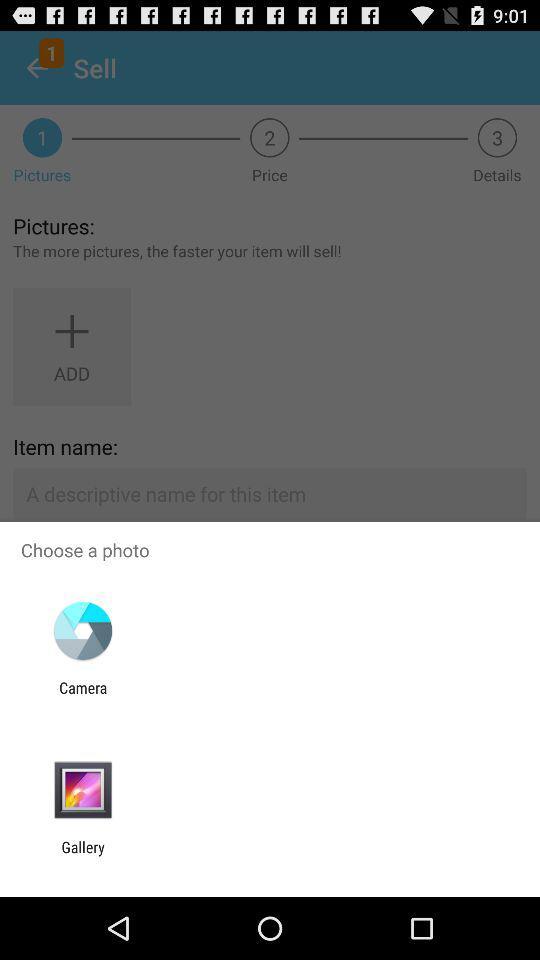 This screenshot has width=540, height=960. What do you see at coordinates (82, 696) in the screenshot?
I see `camera app` at bounding box center [82, 696].